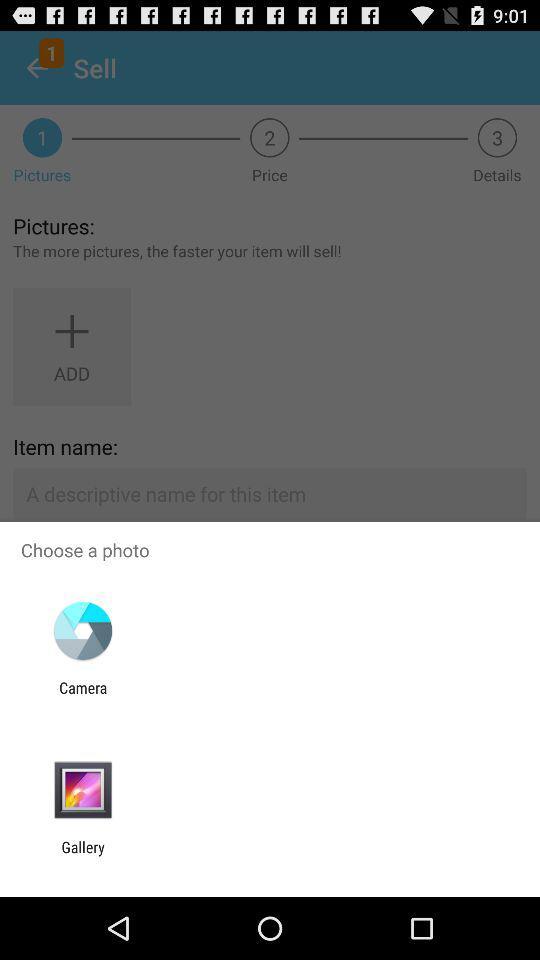 This screenshot has width=540, height=960. What do you see at coordinates (82, 696) in the screenshot?
I see `camera app` at bounding box center [82, 696].